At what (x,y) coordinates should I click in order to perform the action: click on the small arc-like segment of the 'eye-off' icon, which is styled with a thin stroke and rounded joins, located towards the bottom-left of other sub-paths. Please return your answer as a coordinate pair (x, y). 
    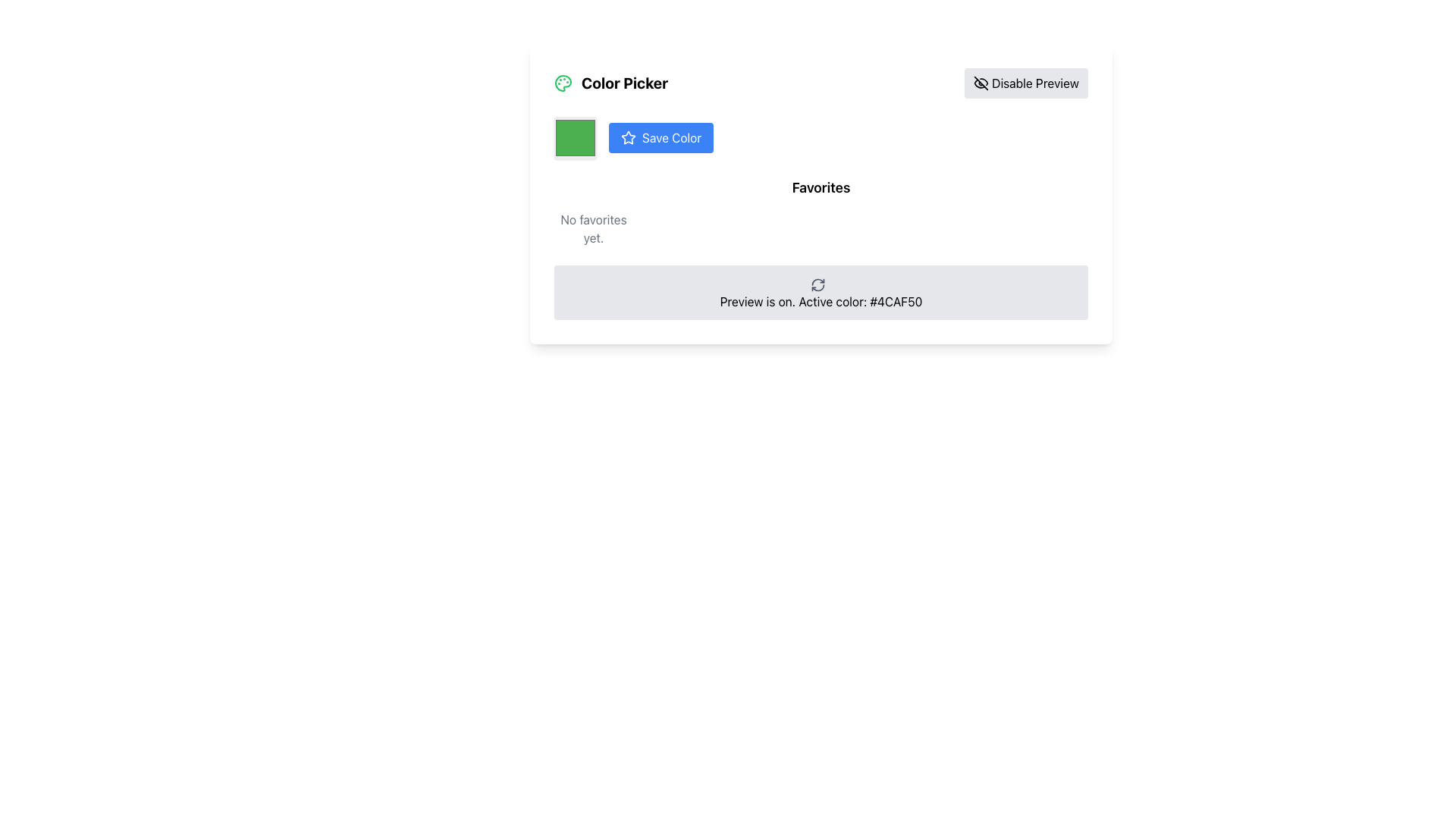
    Looking at the image, I should click on (980, 83).